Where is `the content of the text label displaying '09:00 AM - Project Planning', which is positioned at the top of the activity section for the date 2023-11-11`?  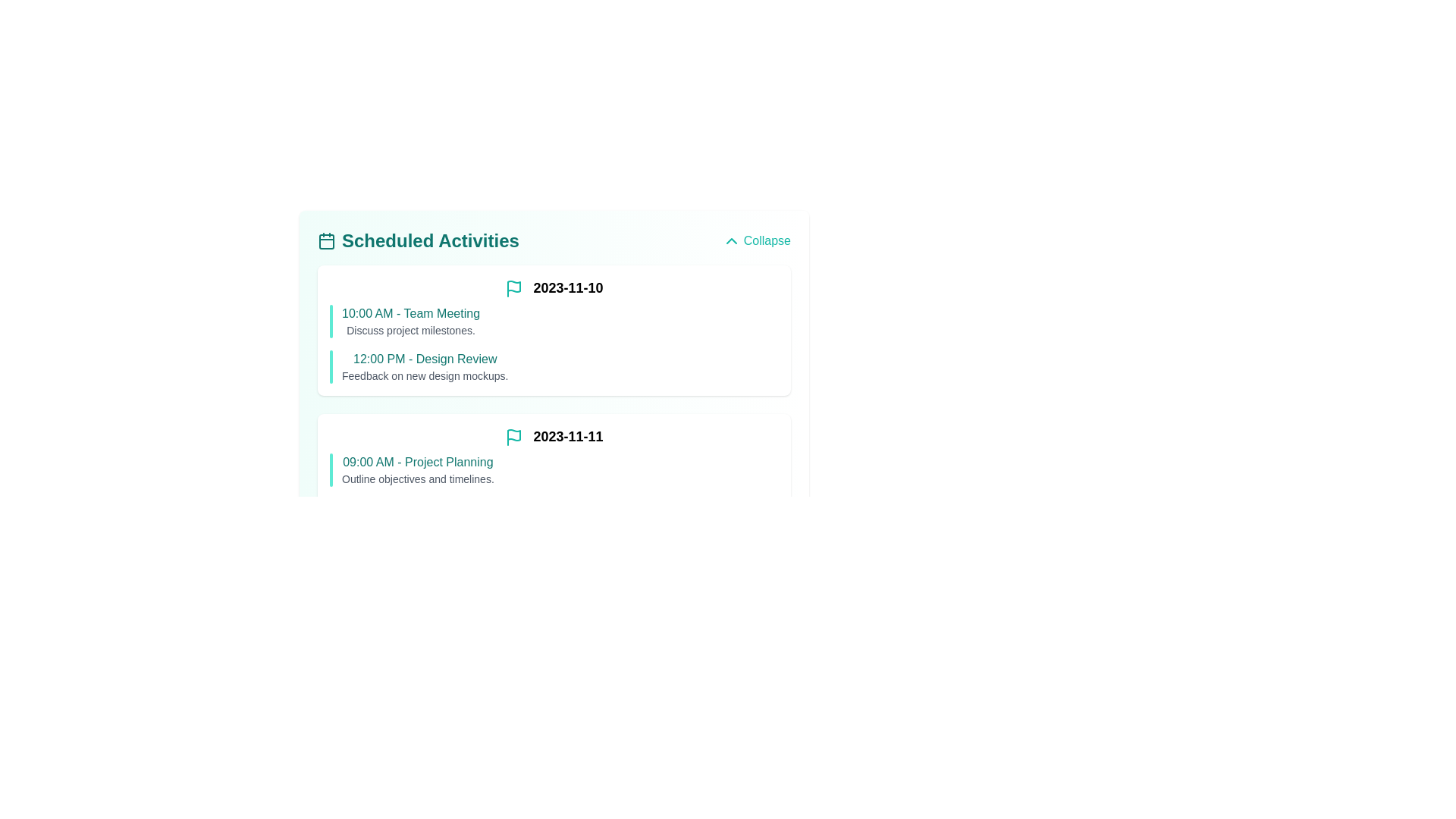 the content of the text label displaying '09:00 AM - Project Planning', which is positioned at the top of the activity section for the date 2023-11-11 is located at coordinates (418, 461).